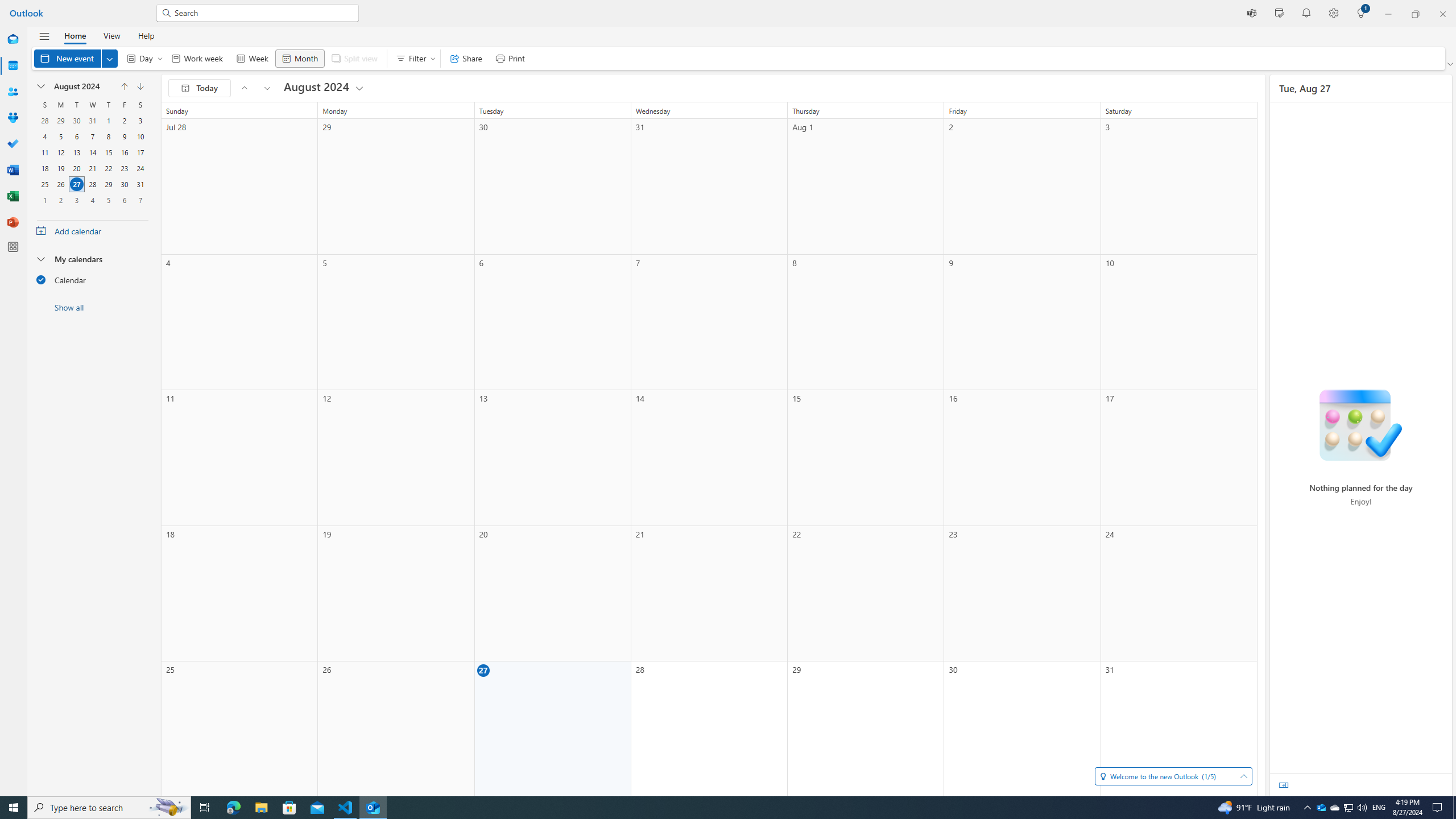 Image resolution: width=1456 pixels, height=819 pixels. I want to click on 'Notification Chevron', so click(1307, 806).